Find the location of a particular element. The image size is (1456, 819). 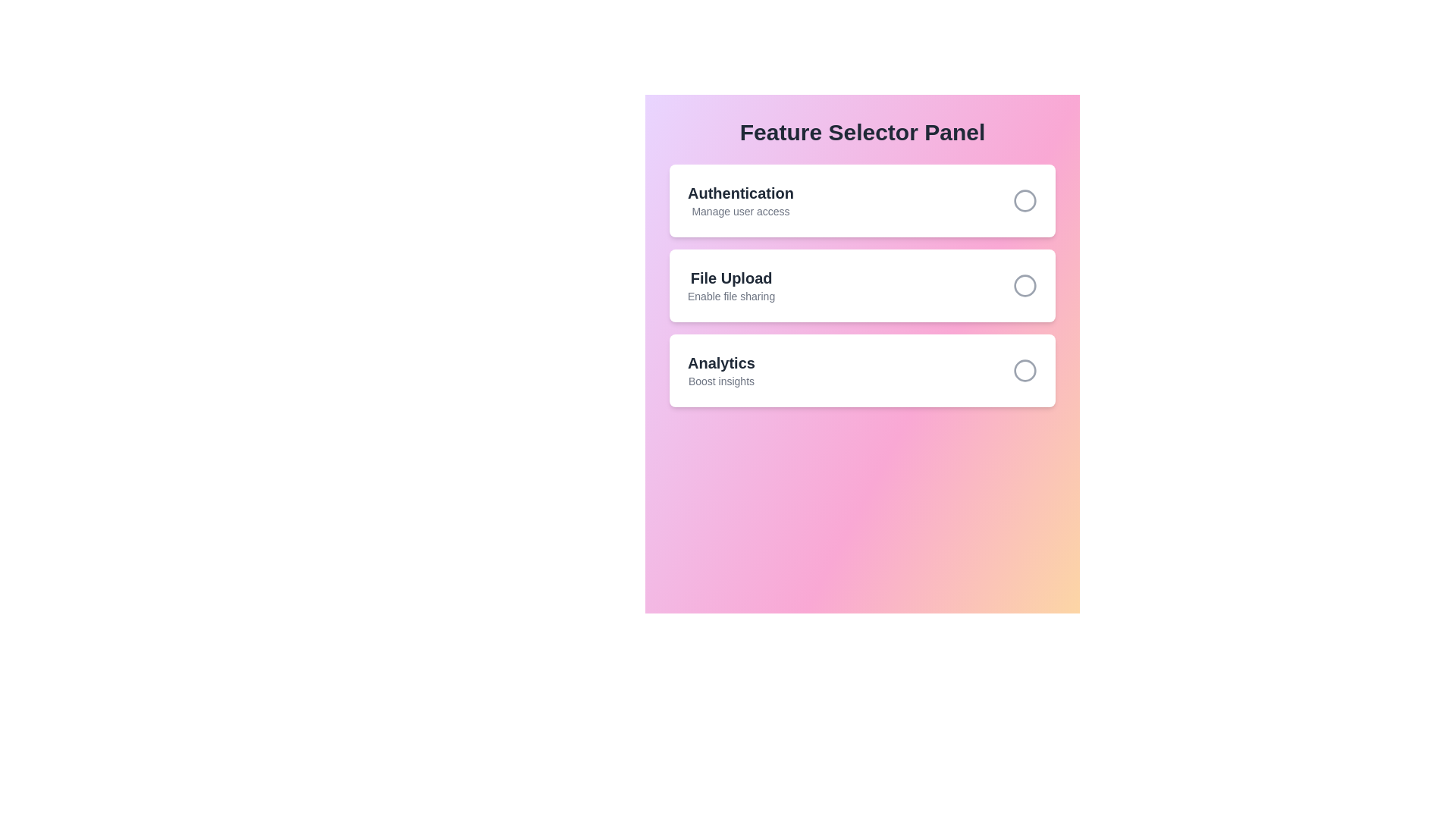

the feature card labeled File Upload is located at coordinates (862, 286).